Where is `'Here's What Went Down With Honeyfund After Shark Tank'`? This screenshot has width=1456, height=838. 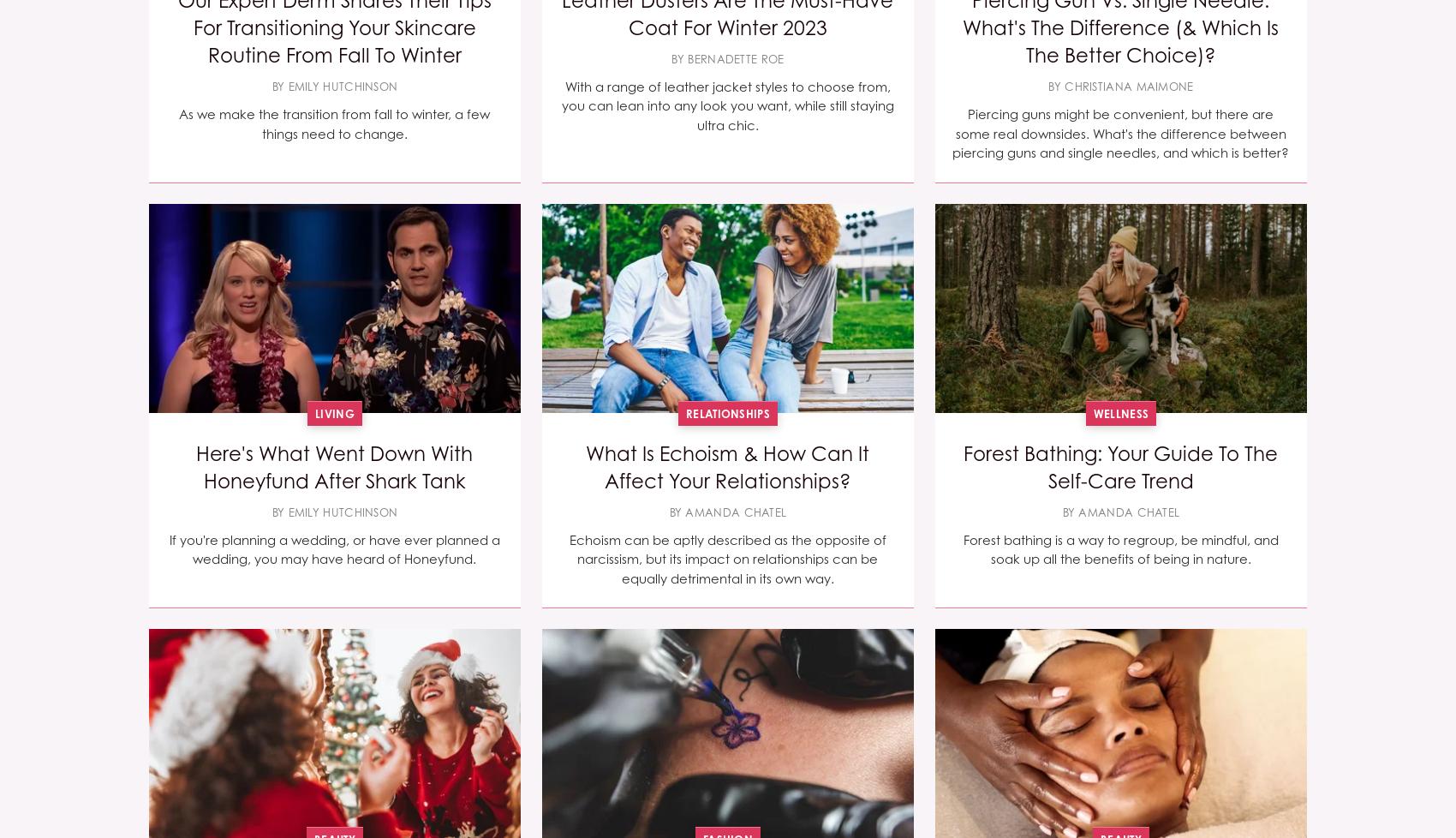 'Here's What Went Down With Honeyfund After Shark Tank' is located at coordinates (333, 467).